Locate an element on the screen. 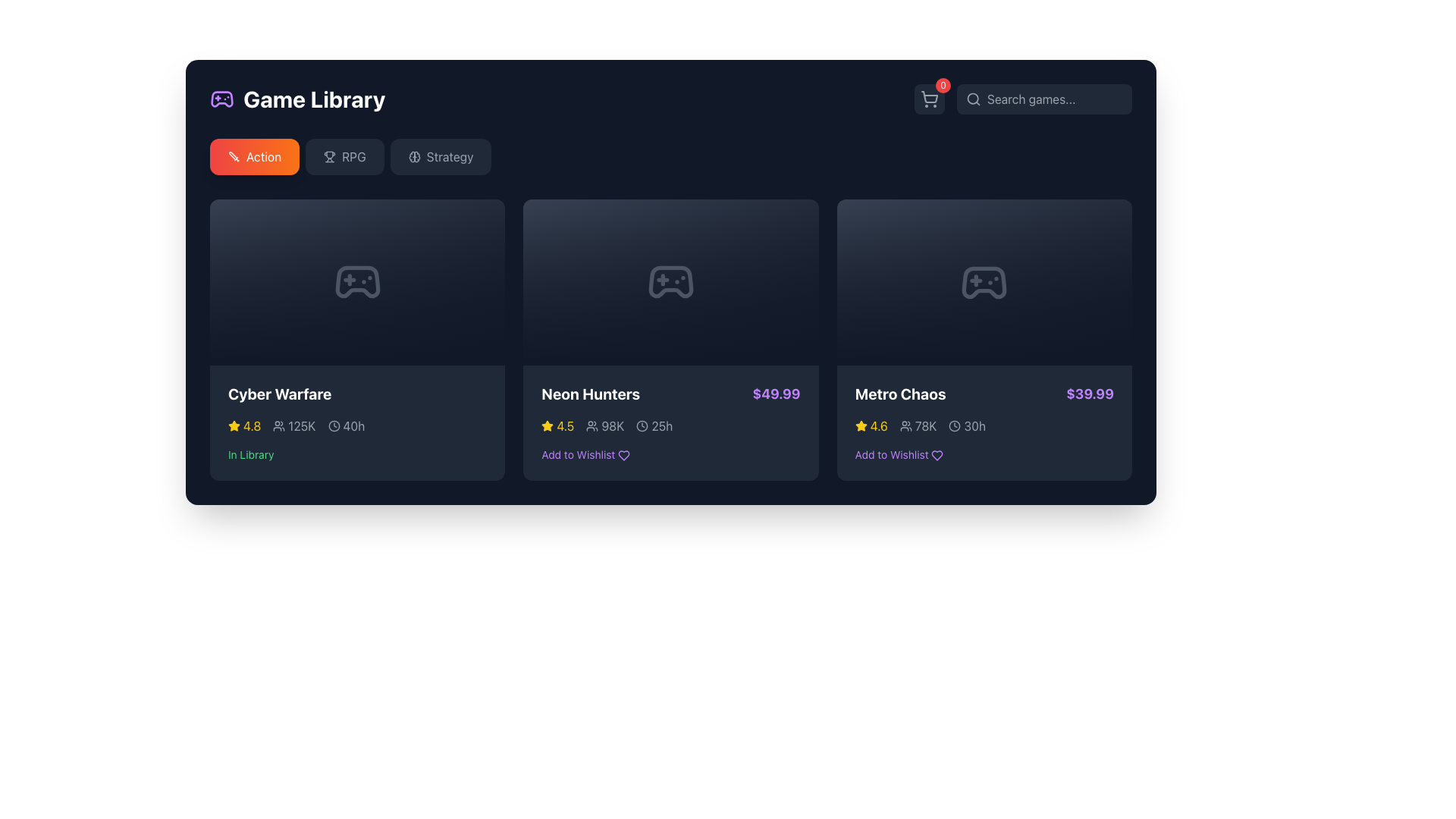  the 'Add to Wishlist' button-like text element with an icon for the game 'Neon Hunters' to change its color is located at coordinates (585, 453).